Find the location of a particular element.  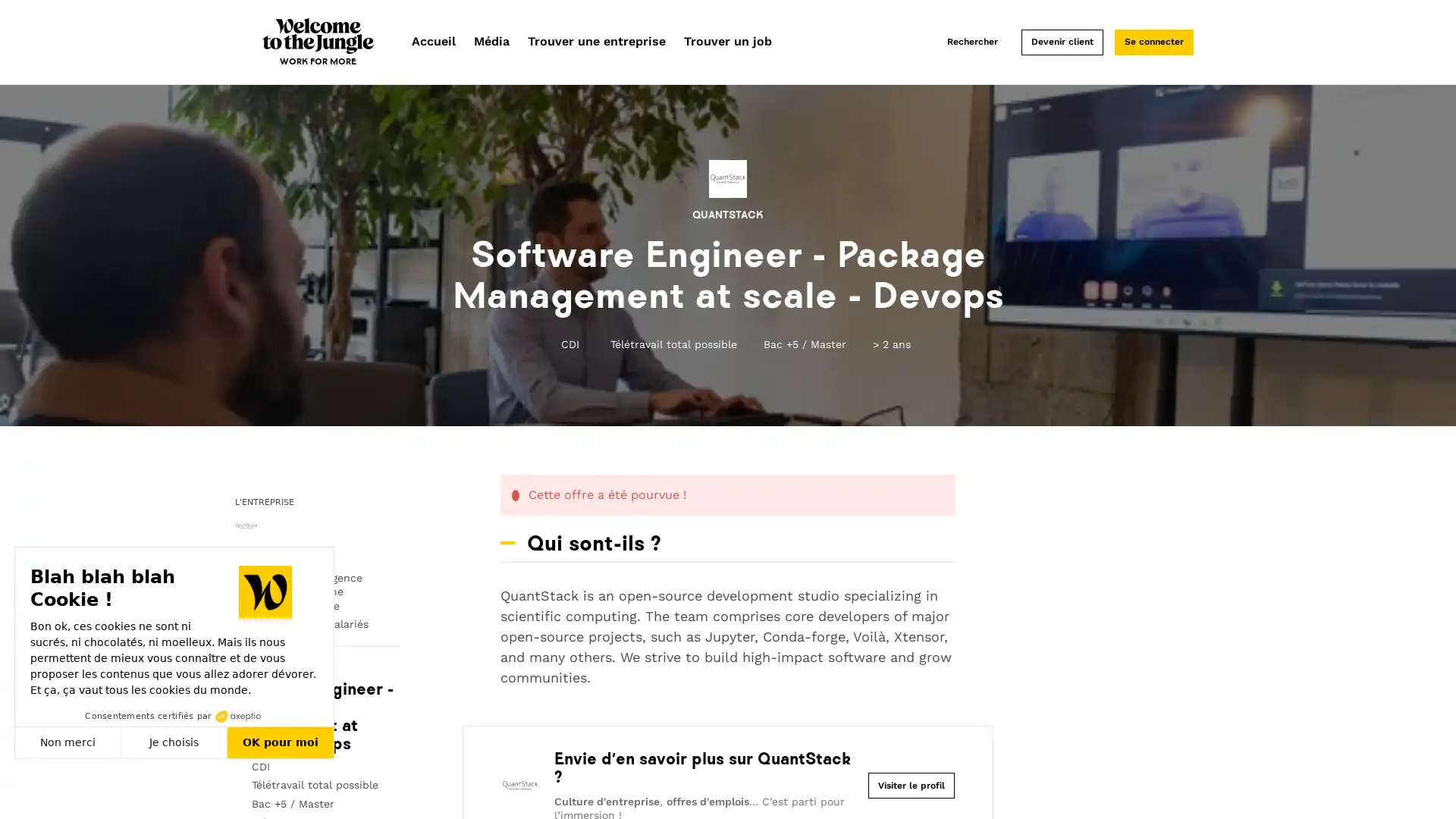

Fermer is located at coordinates (29, 792).